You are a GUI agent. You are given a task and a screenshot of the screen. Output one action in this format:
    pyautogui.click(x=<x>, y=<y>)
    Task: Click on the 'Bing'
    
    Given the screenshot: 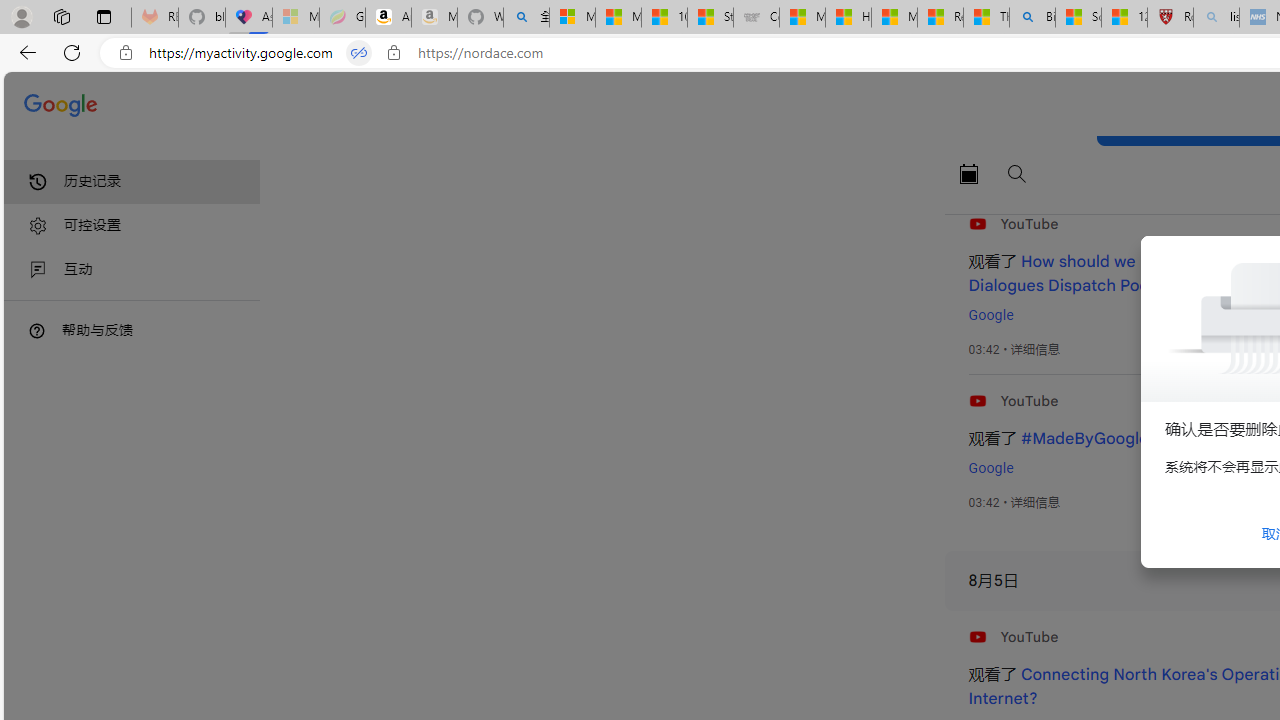 What is the action you would take?
    pyautogui.click(x=1032, y=17)
    